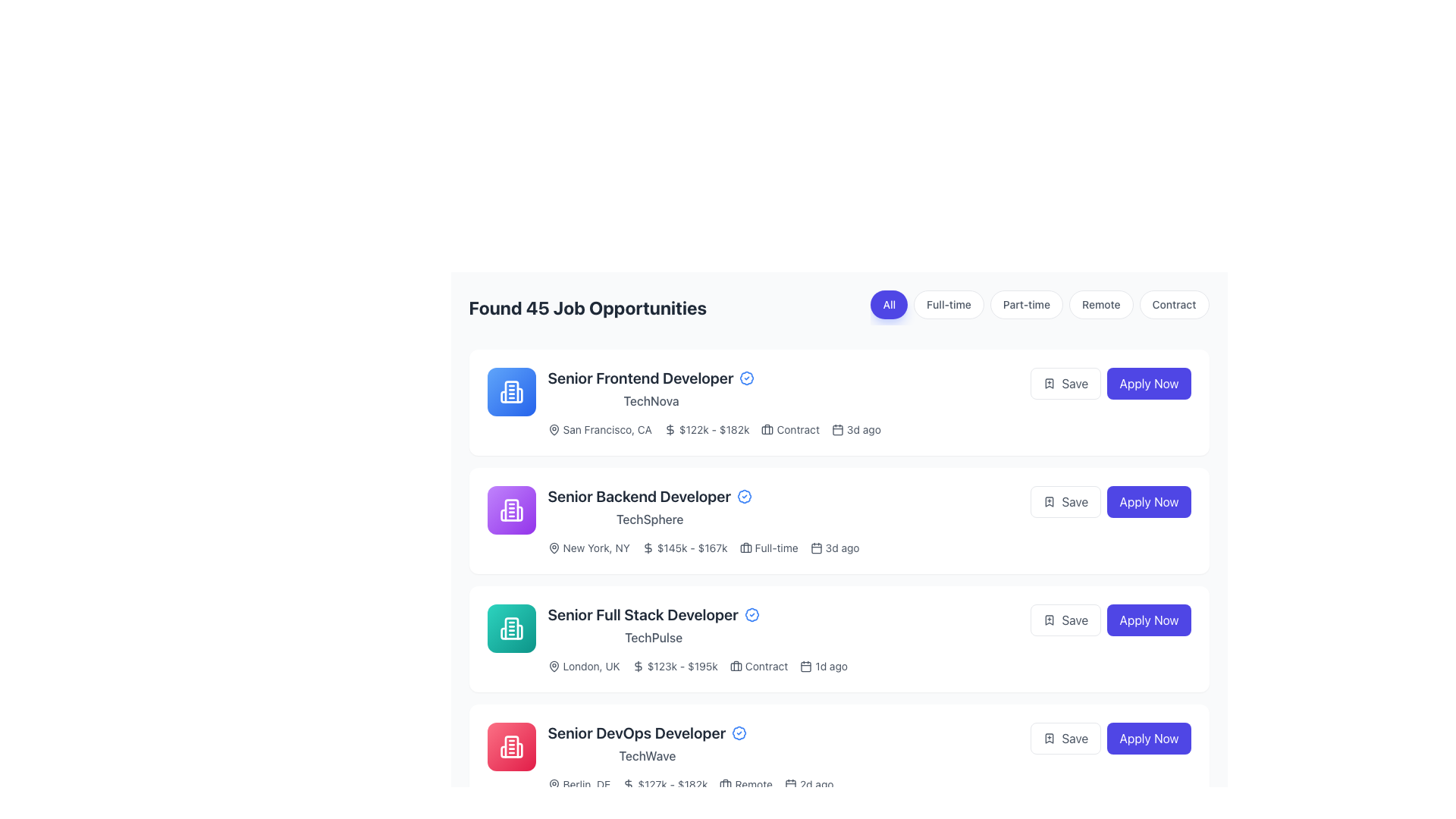 The height and width of the screenshot is (819, 1456). What do you see at coordinates (511, 391) in the screenshot?
I see `the decorative icon for the job listing that represents the category of the job, located to the left of the job title 'Senior Frontend Developer' in the first job listing` at bounding box center [511, 391].